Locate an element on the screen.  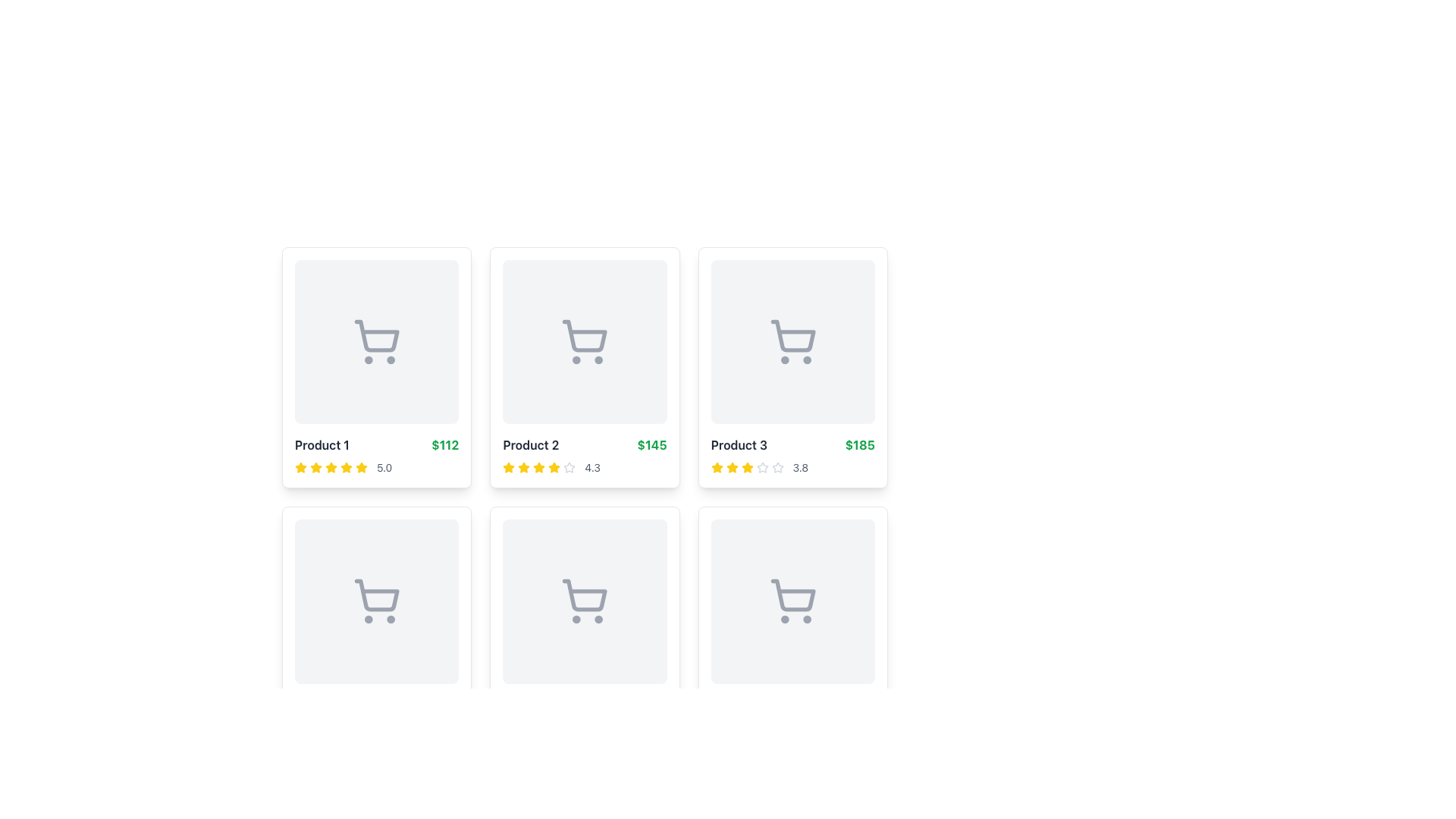
the fifth star icon in the rating component below the 'Product 3' card, which is outlined in light gray is located at coordinates (762, 467).